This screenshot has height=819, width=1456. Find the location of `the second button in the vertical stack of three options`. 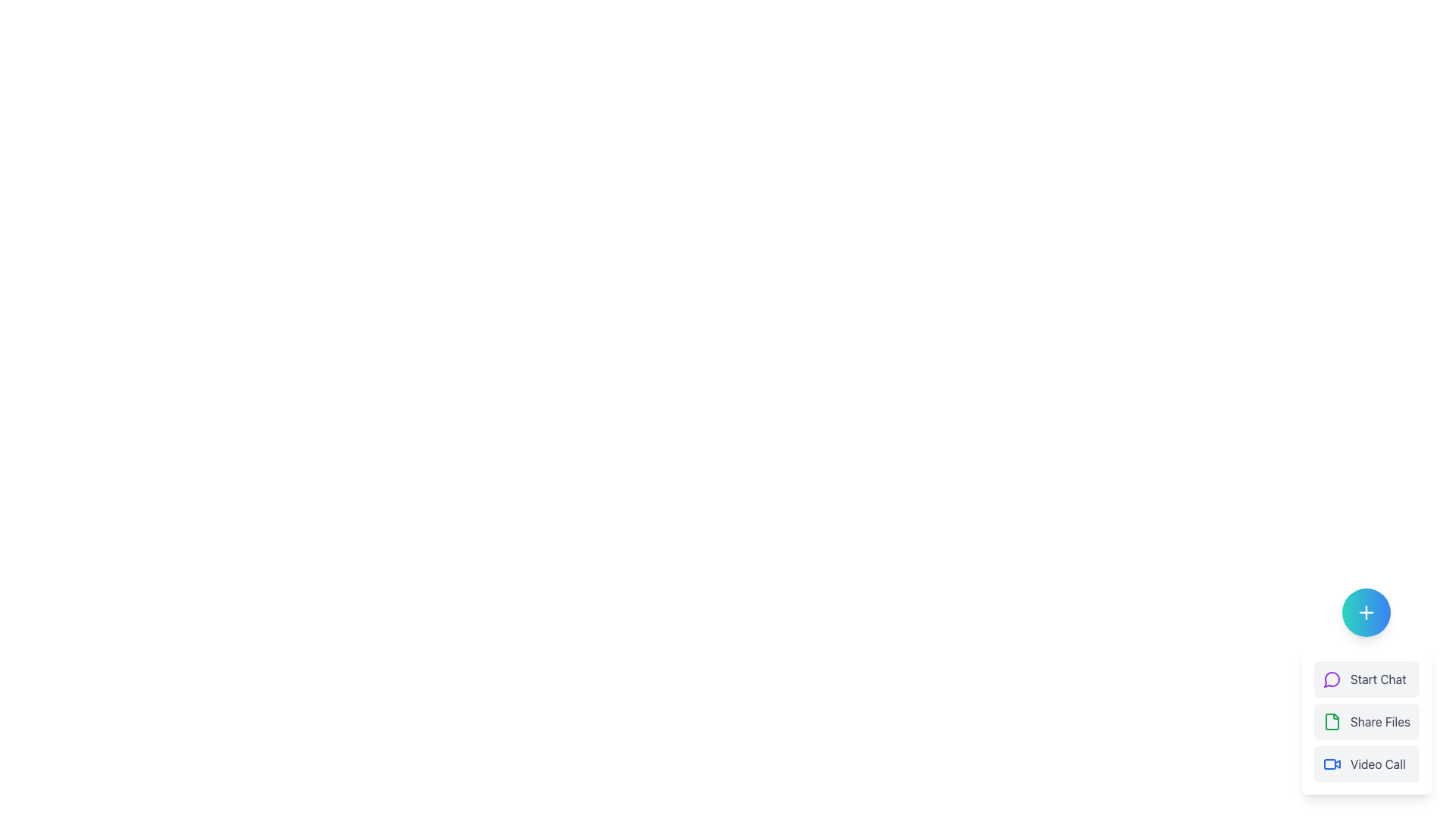

the second button in the vertical stack of three options is located at coordinates (1367, 721).